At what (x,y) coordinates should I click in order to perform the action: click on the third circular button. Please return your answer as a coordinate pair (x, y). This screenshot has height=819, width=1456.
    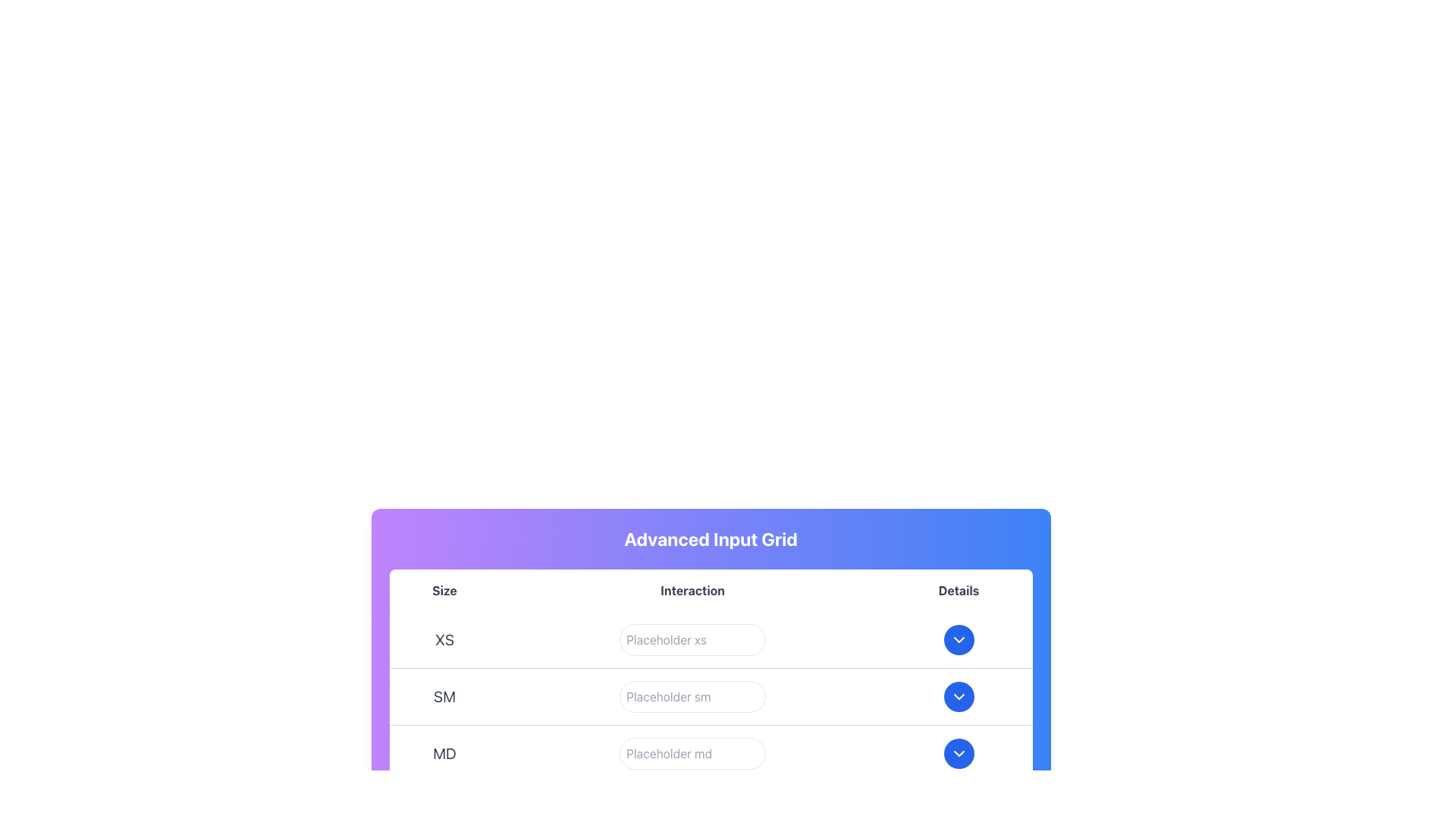
    Looking at the image, I should click on (957, 754).